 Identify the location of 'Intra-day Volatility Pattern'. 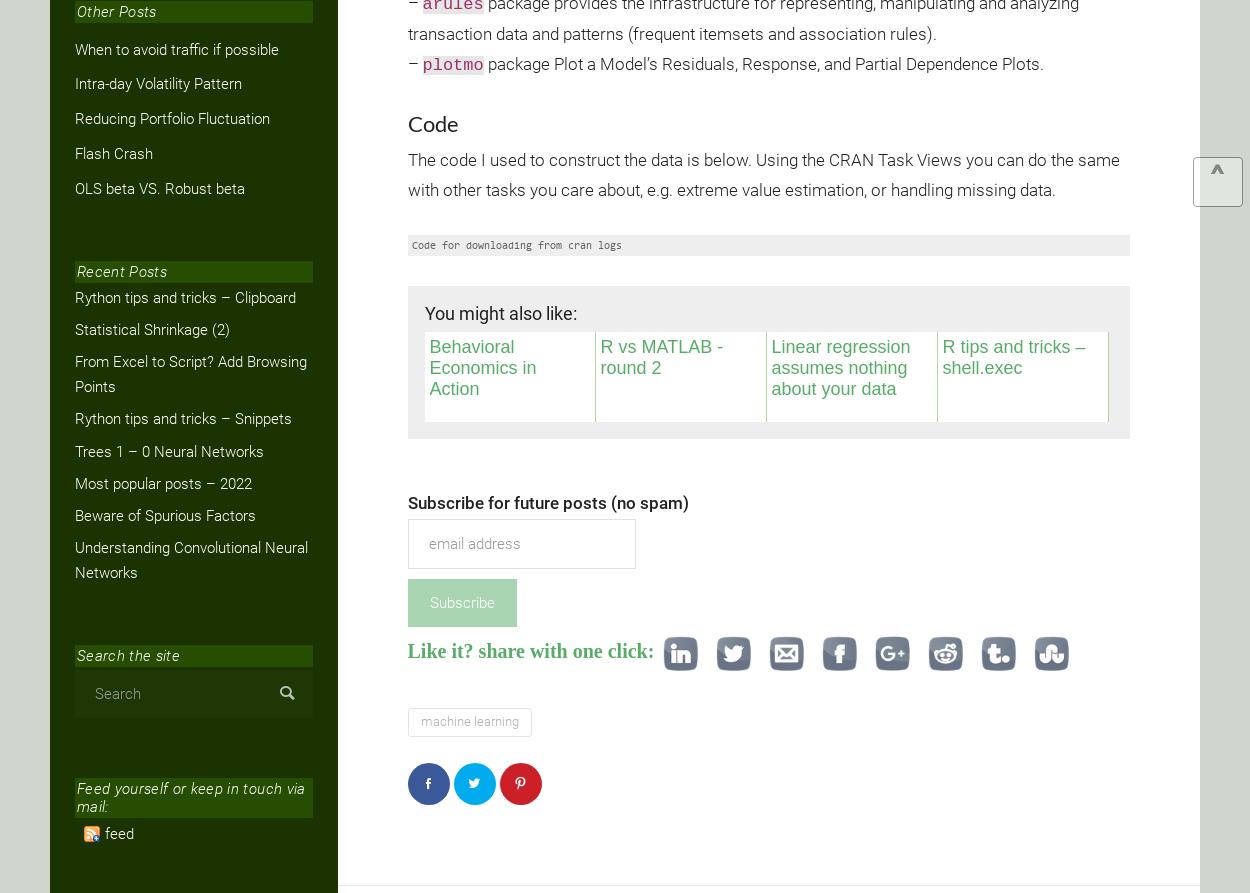
(158, 84).